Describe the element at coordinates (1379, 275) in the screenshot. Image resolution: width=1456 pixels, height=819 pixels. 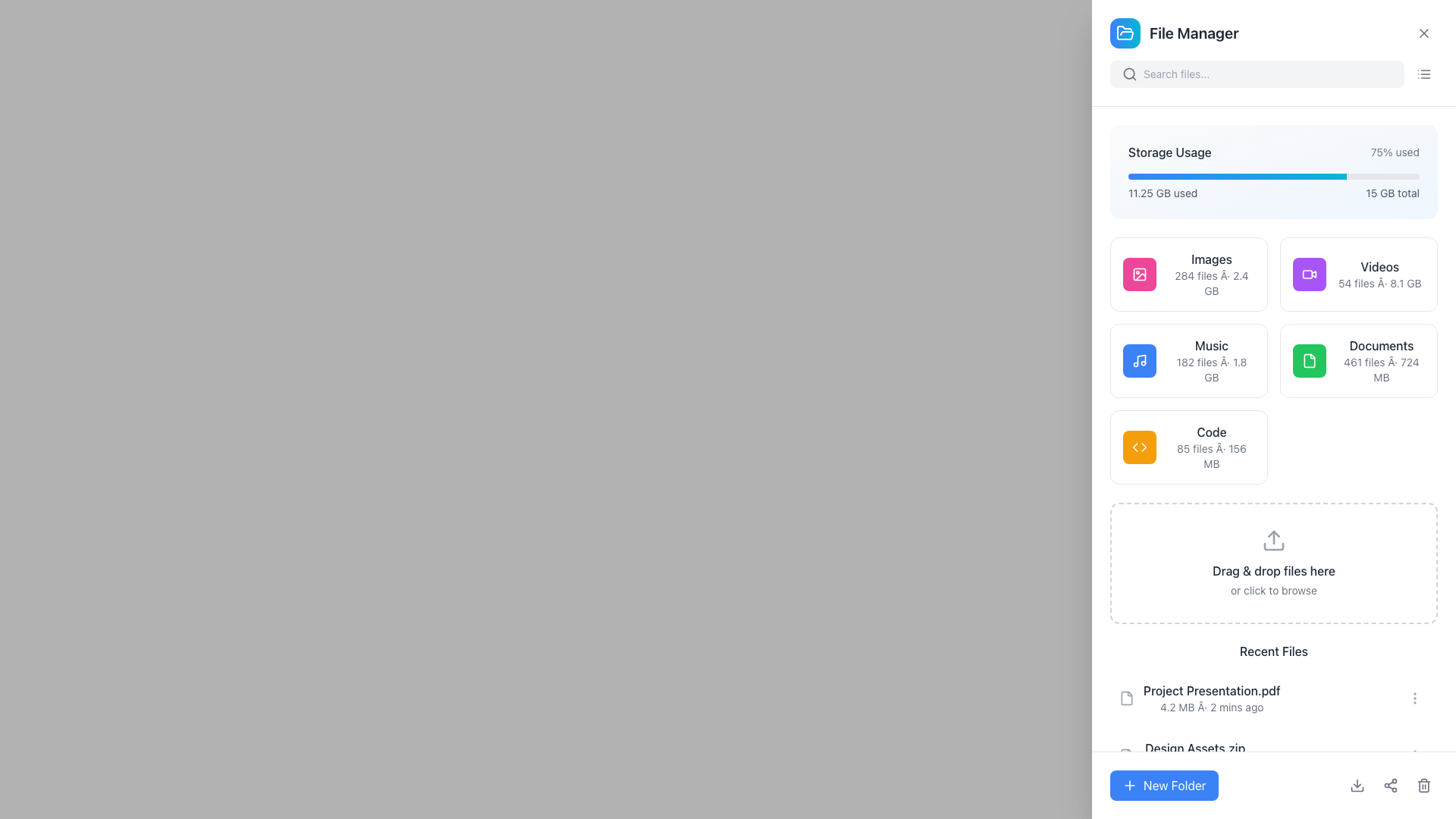
I see `summary information displayed in the 'Videos' category text label located in the second card of the 'File Manager' interface` at that location.